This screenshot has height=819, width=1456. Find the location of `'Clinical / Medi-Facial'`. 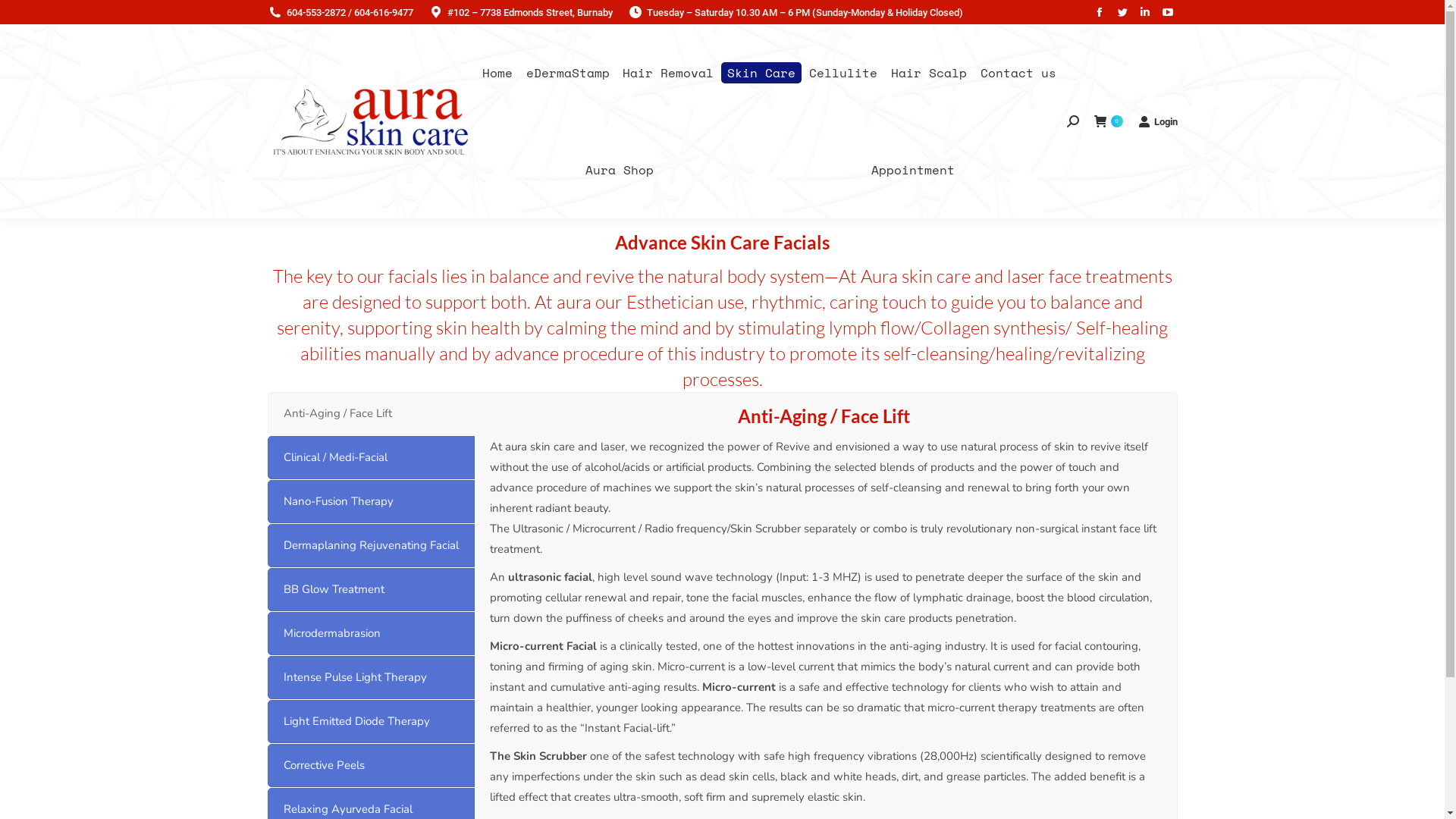

'Clinical / Medi-Facial' is located at coordinates (370, 457).